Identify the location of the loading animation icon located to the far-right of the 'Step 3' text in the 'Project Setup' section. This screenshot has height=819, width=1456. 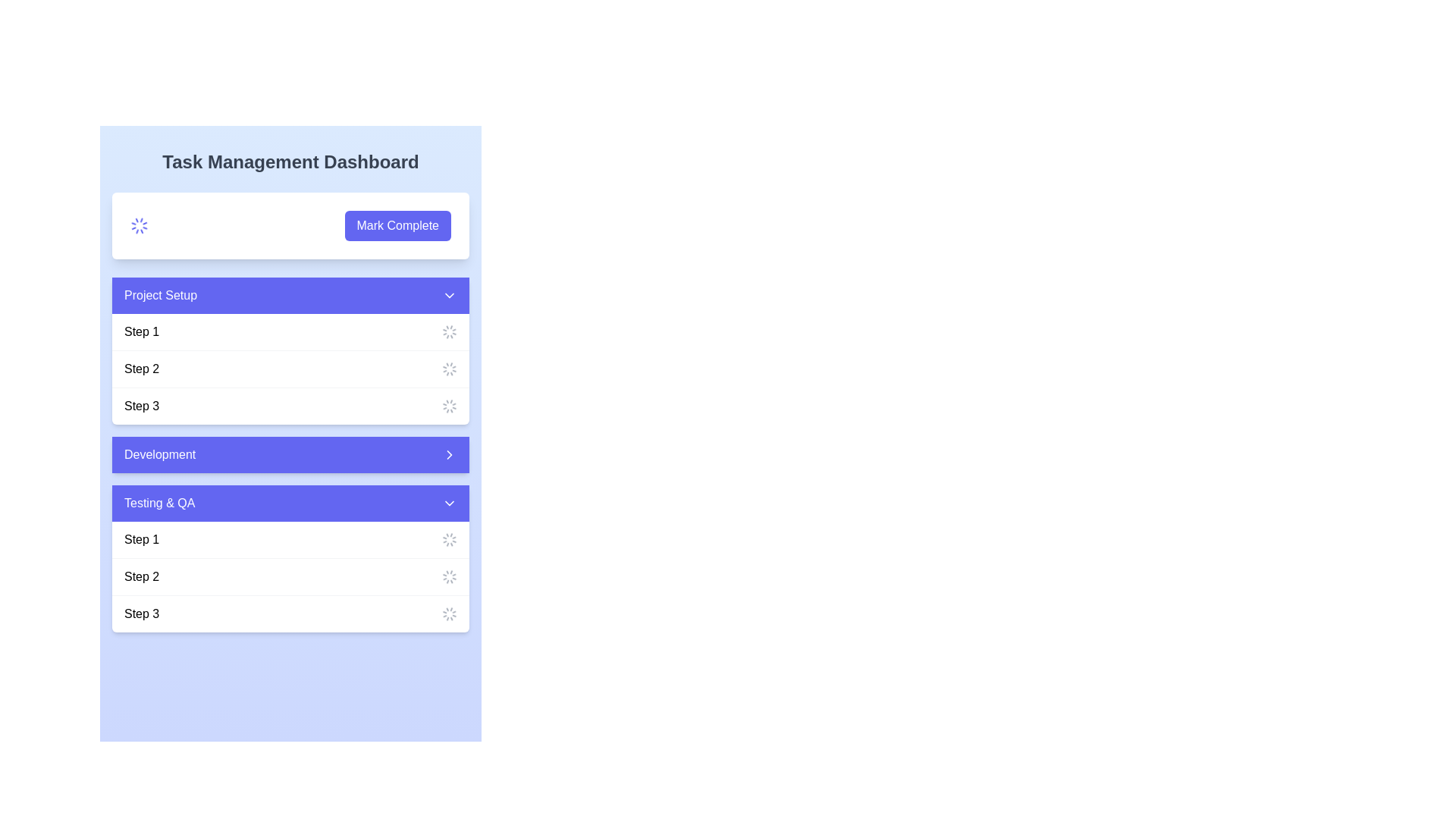
(449, 406).